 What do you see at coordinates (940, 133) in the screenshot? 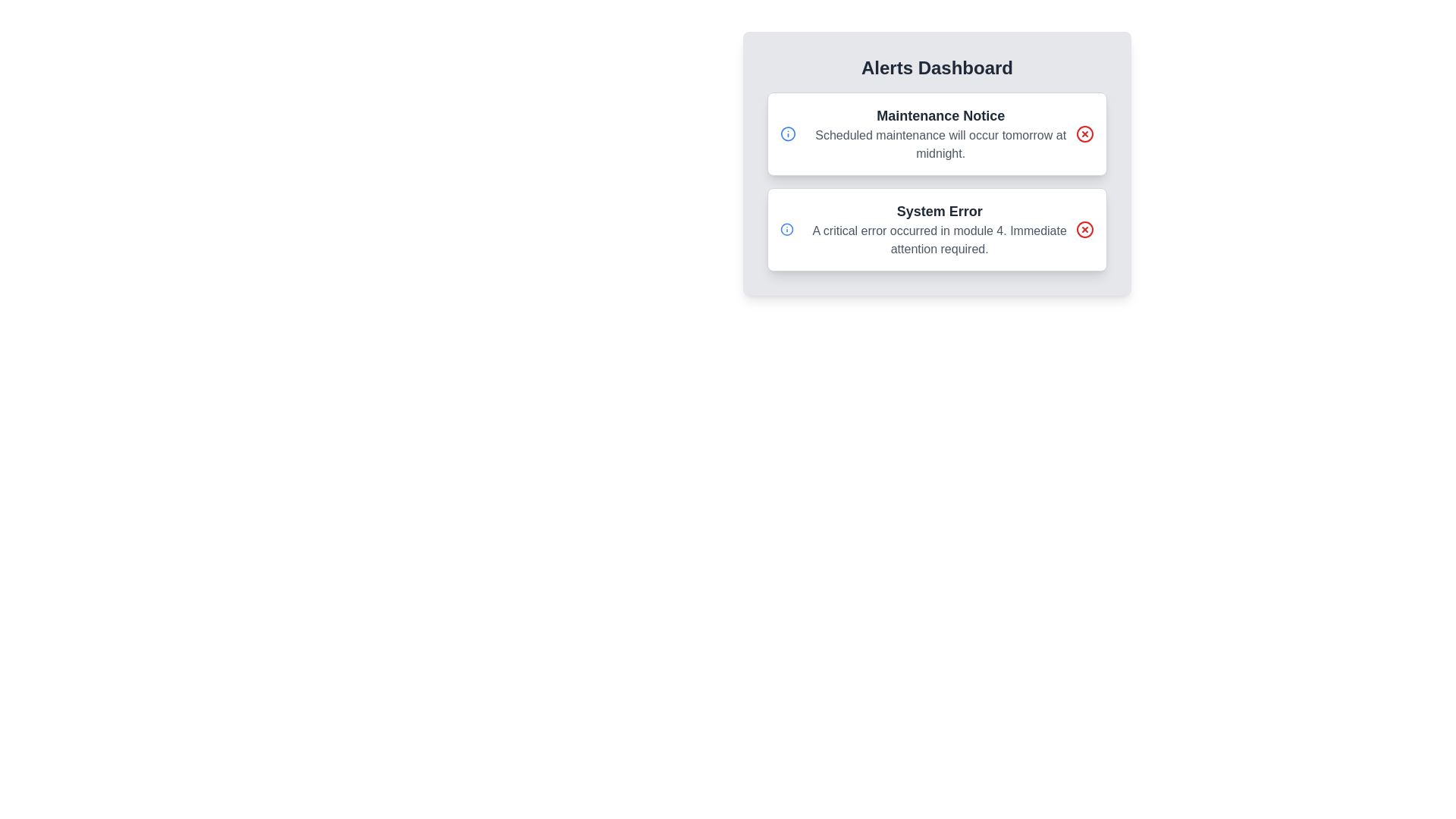
I see `the text block within the notification card that states 'Maintenance Notice', which is located below a blue information icon and above a red close icon in the Alerts Dashboard` at bounding box center [940, 133].